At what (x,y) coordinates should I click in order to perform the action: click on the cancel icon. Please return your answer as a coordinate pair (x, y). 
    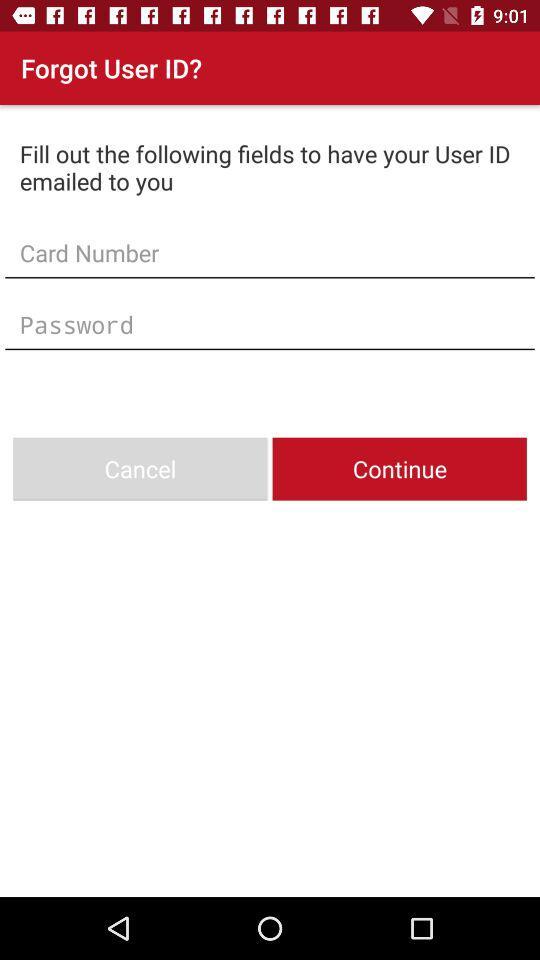
    Looking at the image, I should click on (139, 469).